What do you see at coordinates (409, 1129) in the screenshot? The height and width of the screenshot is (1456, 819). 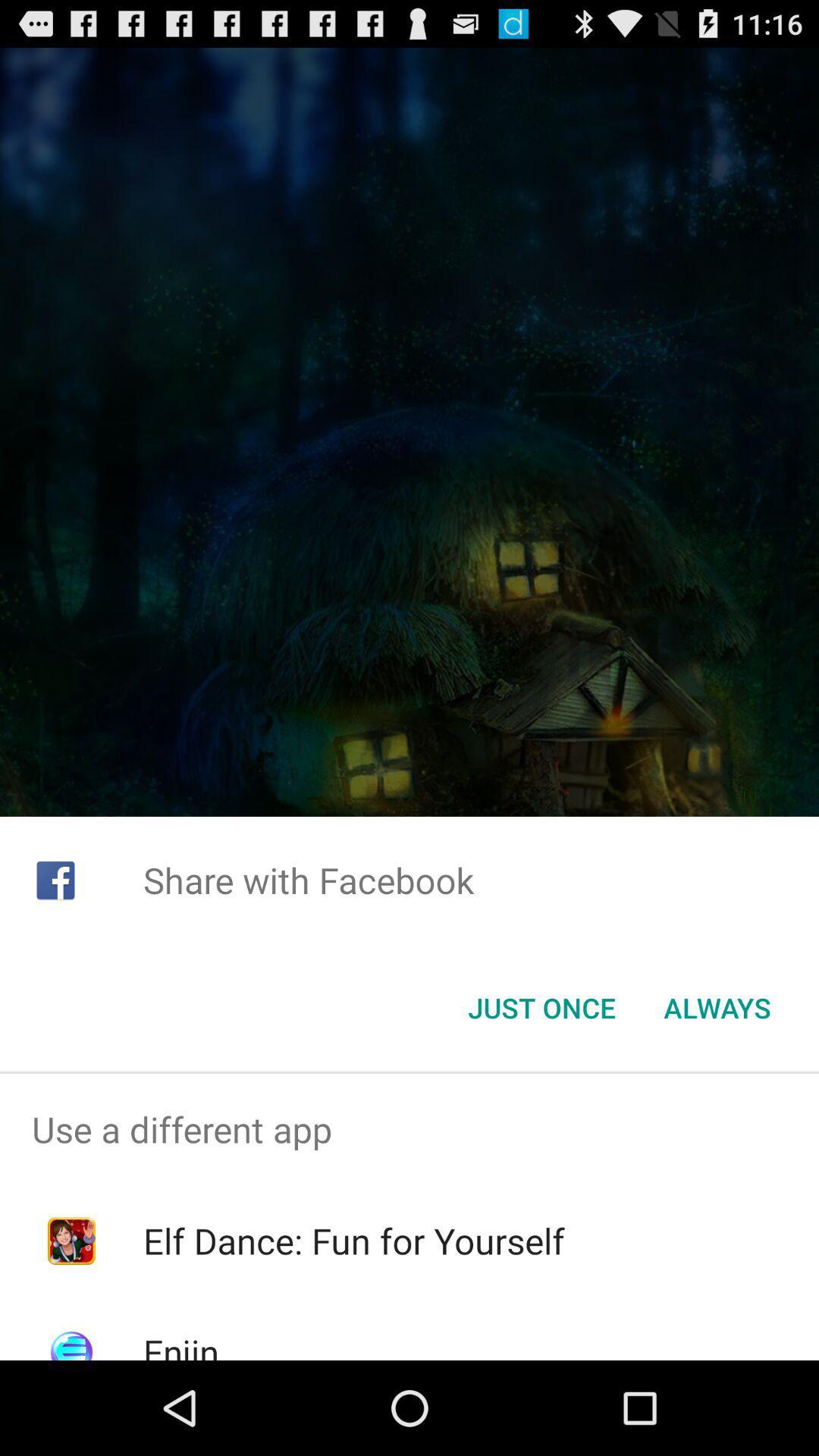 I see `item above elf dance fun app` at bounding box center [409, 1129].